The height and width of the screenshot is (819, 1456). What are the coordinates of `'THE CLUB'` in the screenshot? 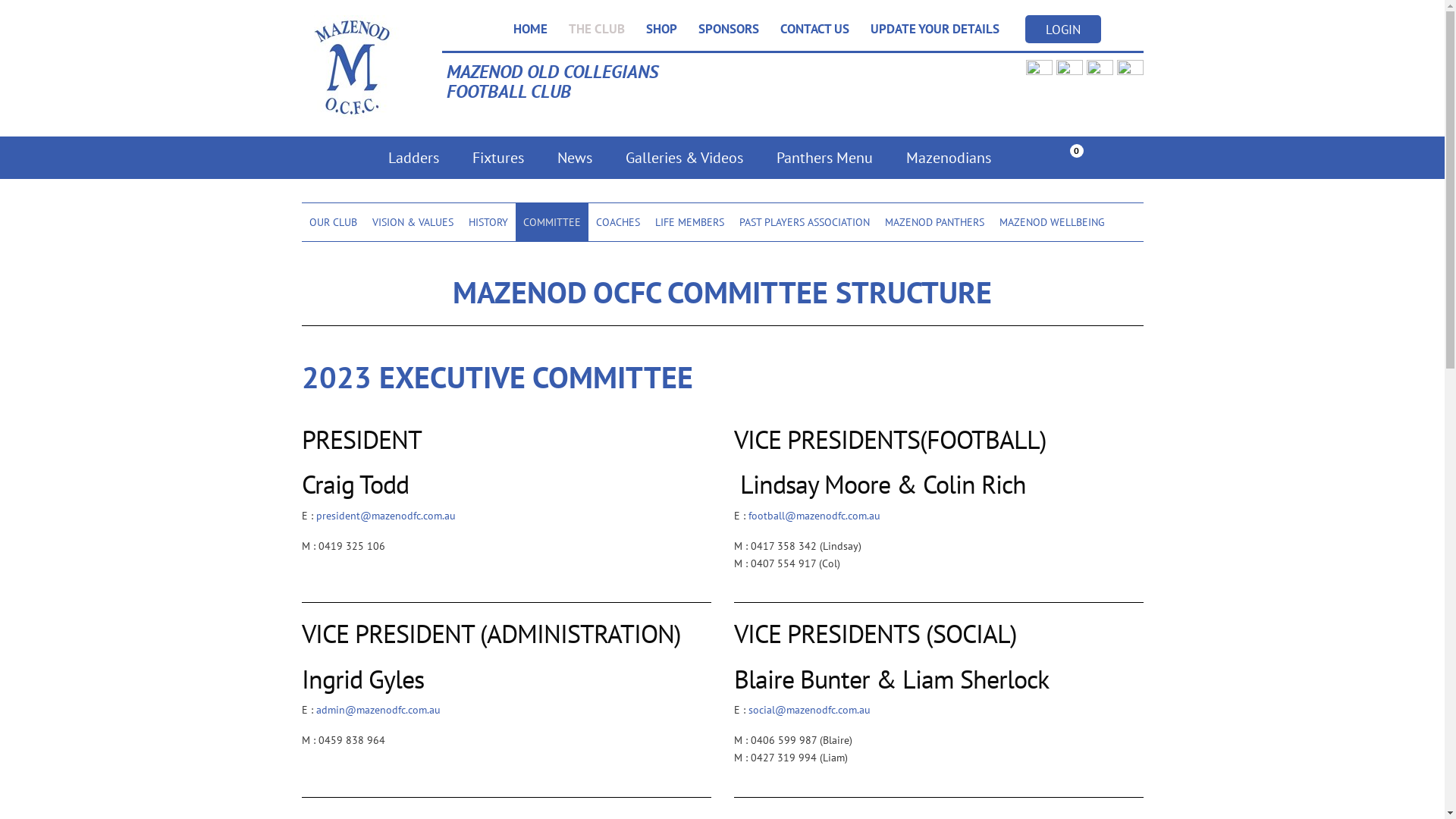 It's located at (596, 29).